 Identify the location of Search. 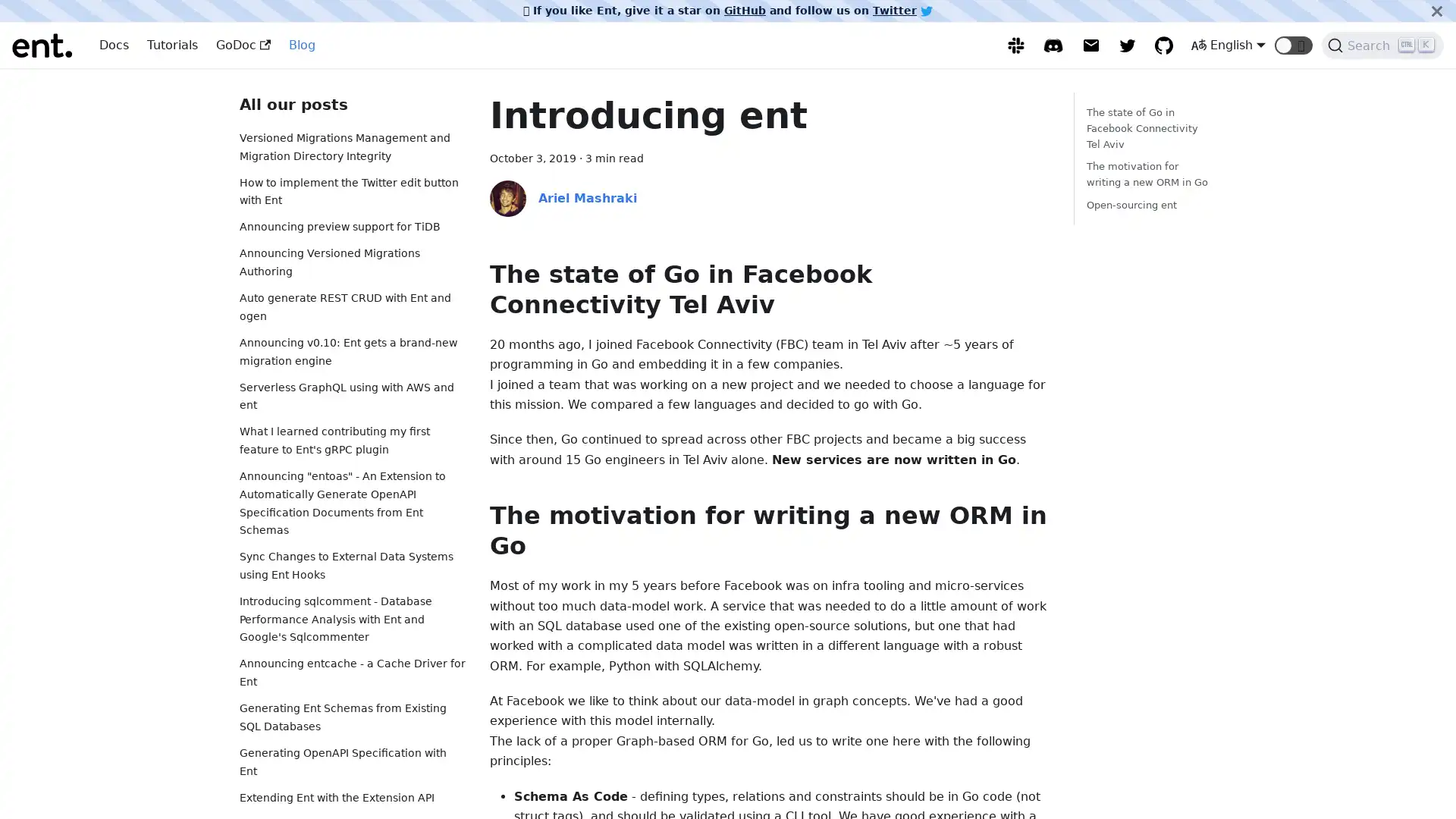
(1382, 45).